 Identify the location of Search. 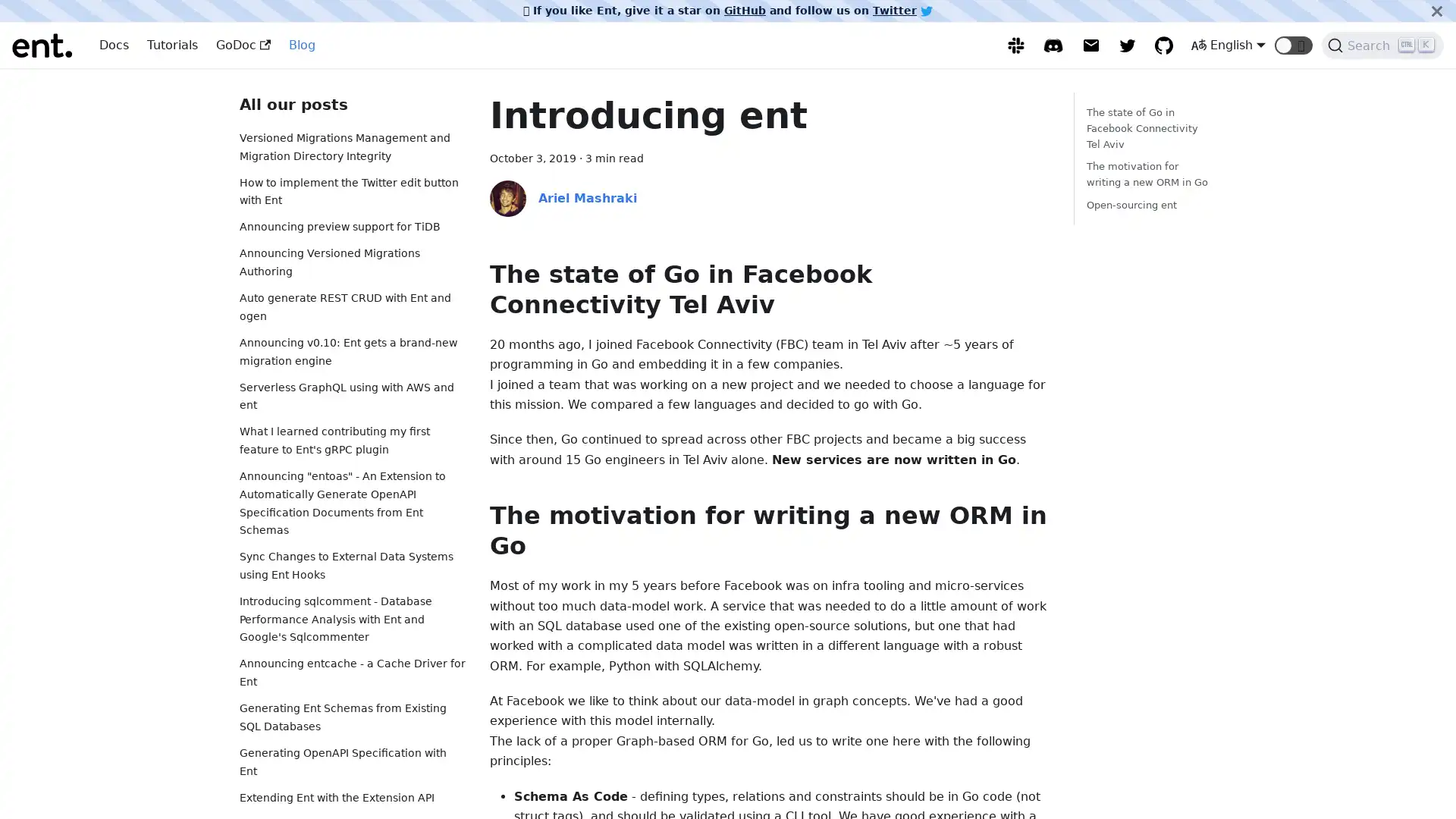
(1382, 45).